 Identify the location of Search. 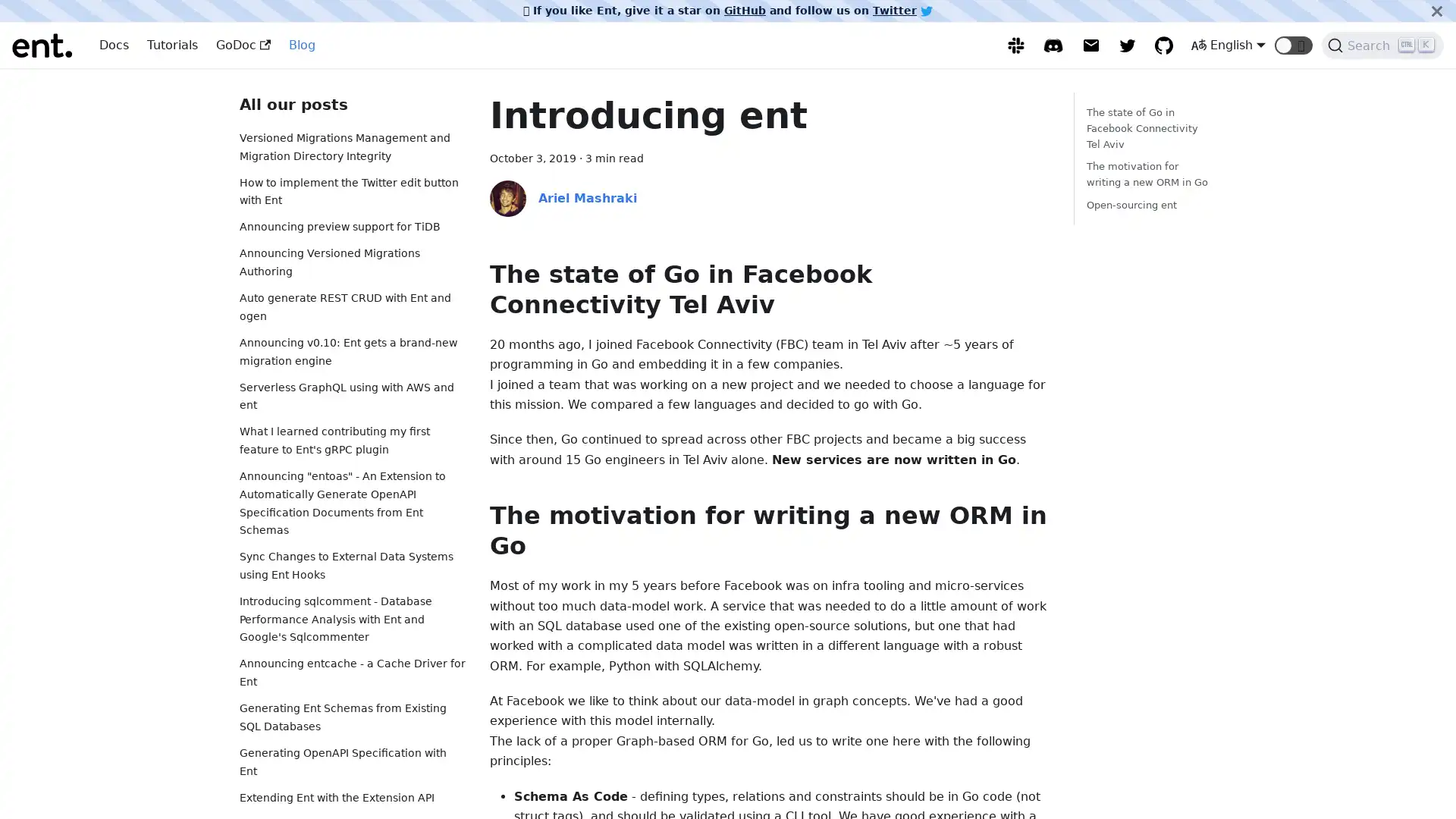
(1382, 45).